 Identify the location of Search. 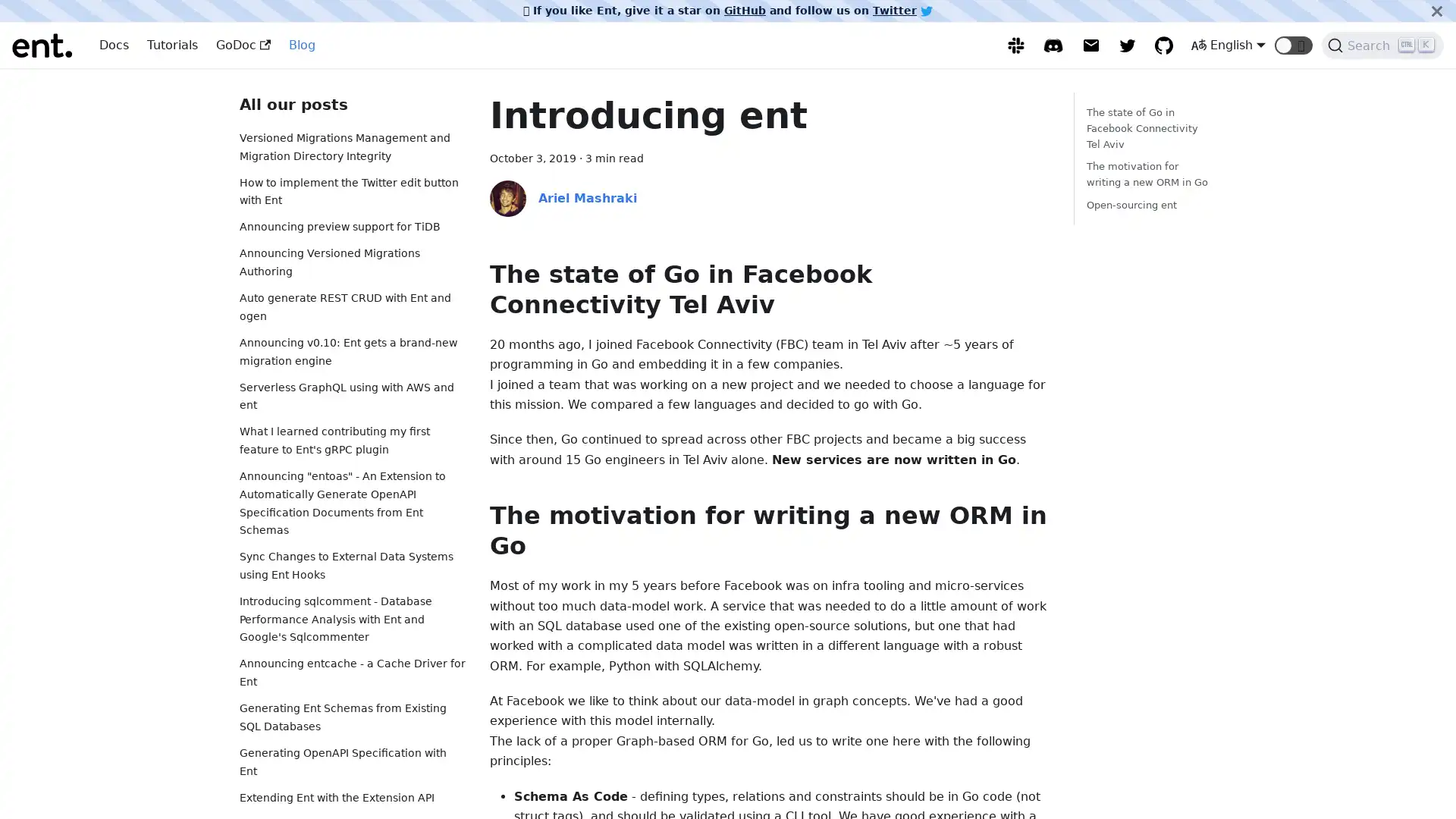
(1382, 45).